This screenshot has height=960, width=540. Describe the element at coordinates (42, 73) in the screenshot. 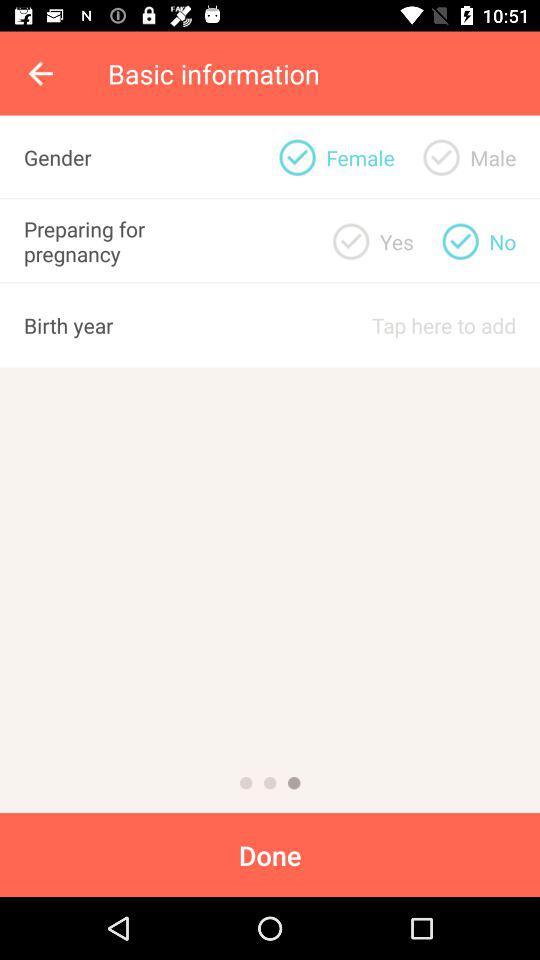

I see `go back` at that location.